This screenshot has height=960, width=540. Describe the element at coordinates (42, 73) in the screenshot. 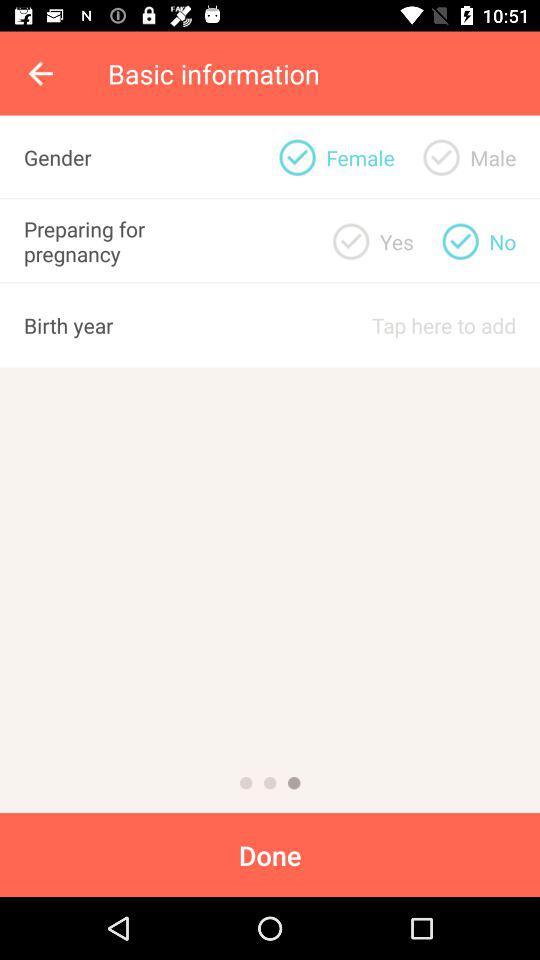

I see `go back` at that location.